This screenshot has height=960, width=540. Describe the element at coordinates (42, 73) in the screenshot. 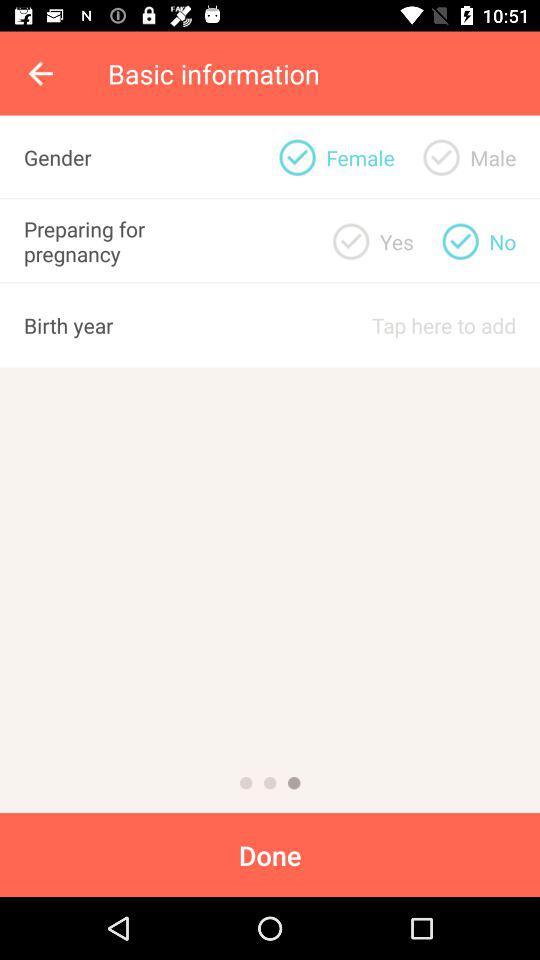

I see `go back` at that location.